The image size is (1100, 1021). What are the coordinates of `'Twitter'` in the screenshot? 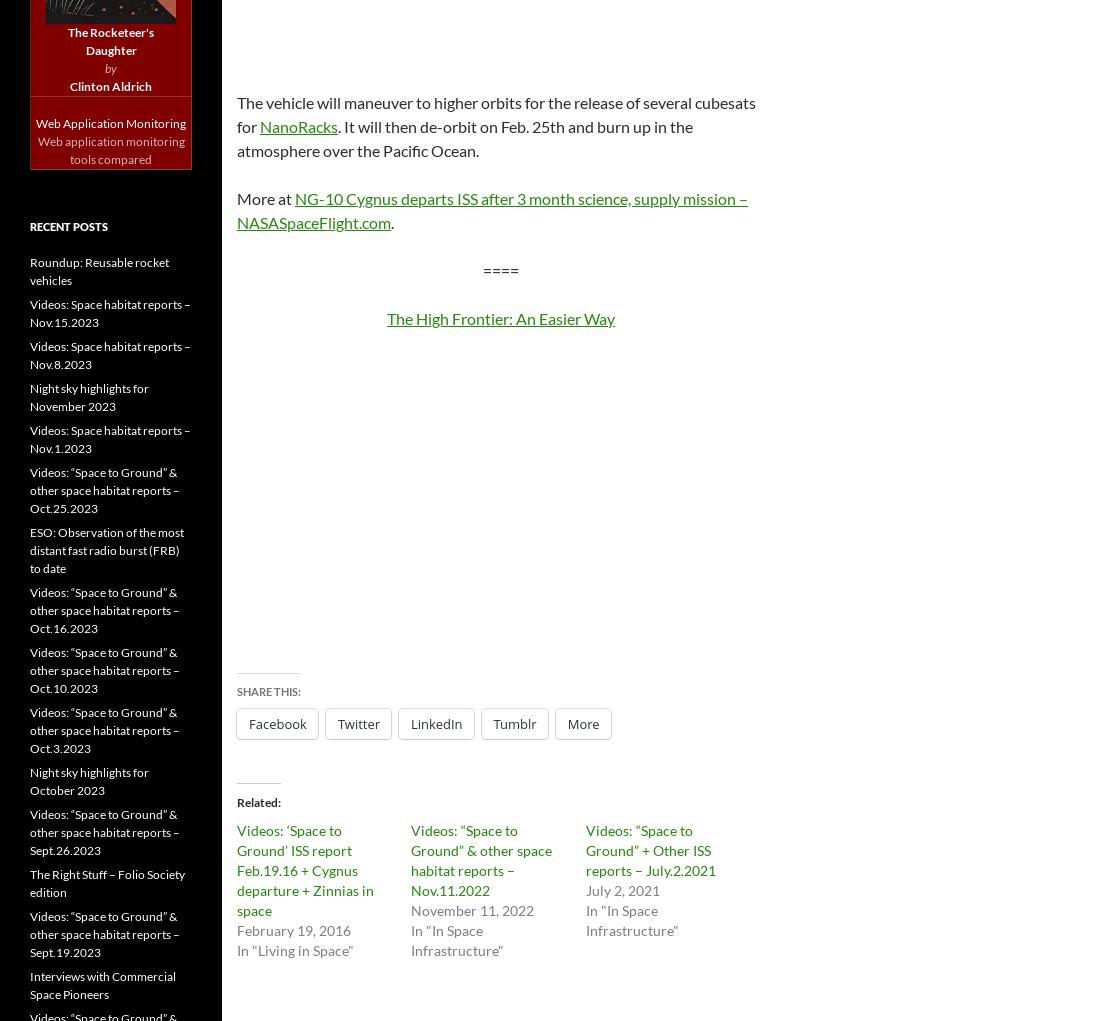 It's located at (358, 721).